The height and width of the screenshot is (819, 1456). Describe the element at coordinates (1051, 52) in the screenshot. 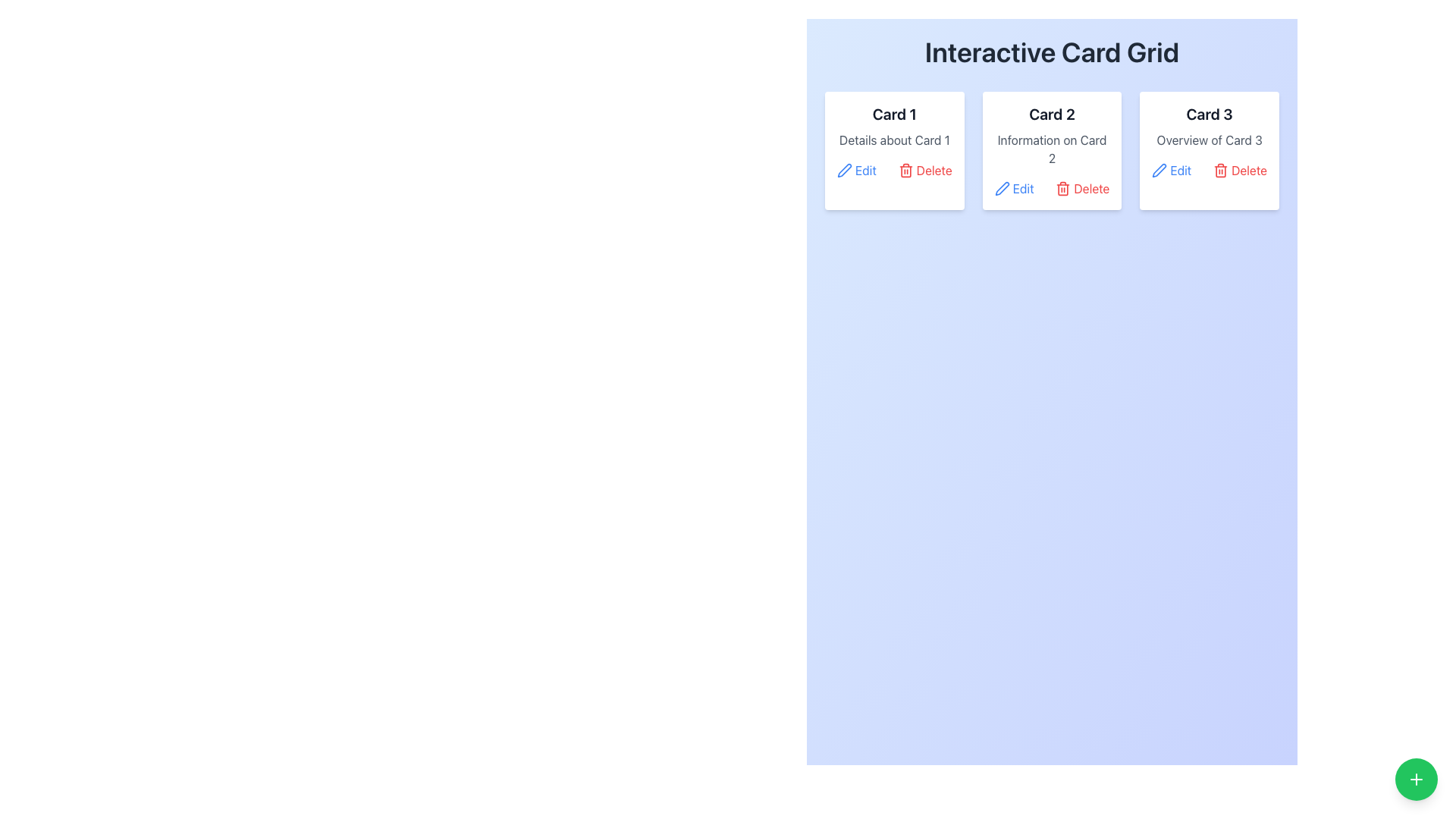

I see `the bold, large-sized textual heading labeled 'Interactive Card Grid' which is prominently displayed at the top center of the interface` at that location.